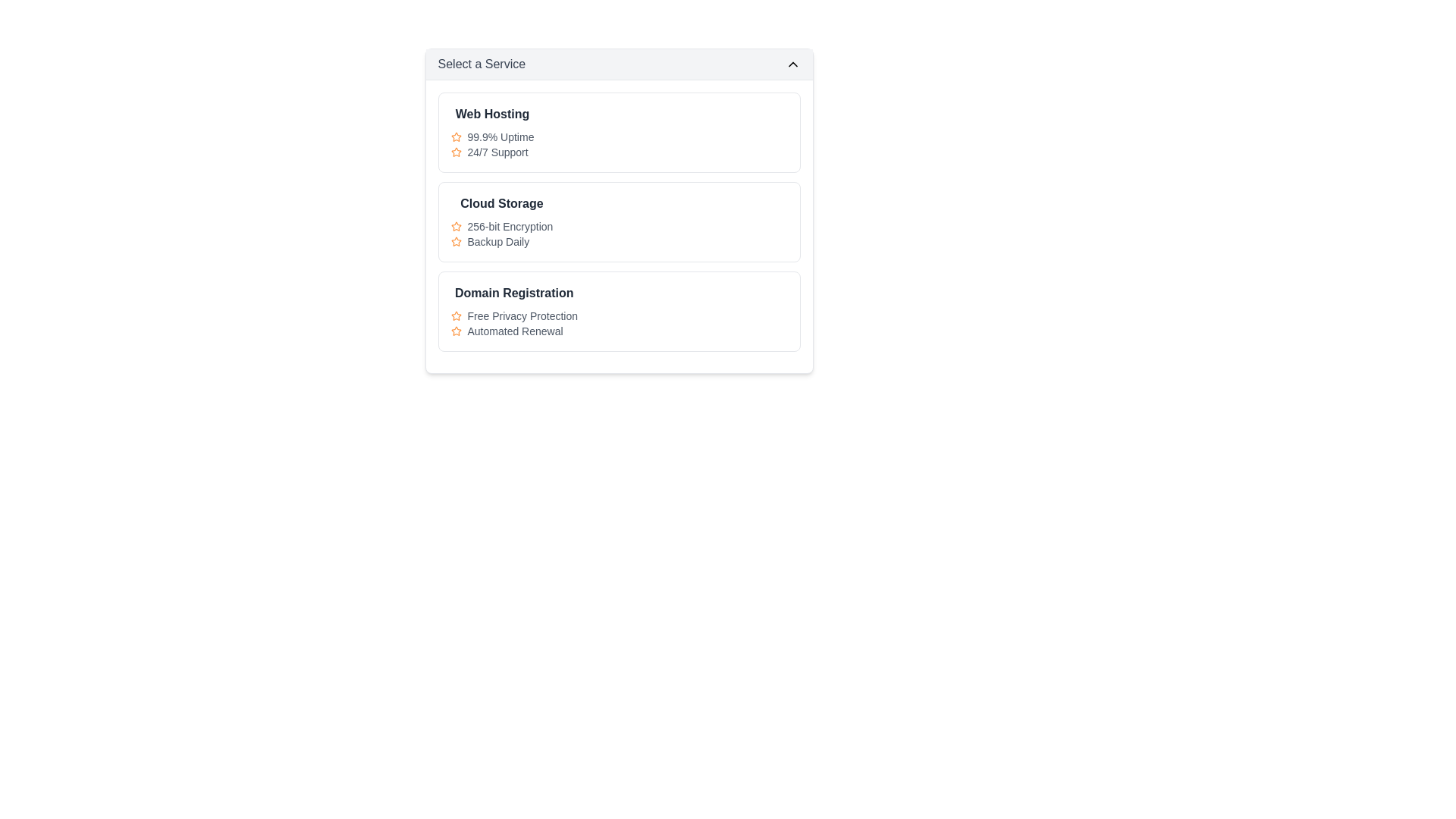 Image resolution: width=1456 pixels, height=819 pixels. I want to click on the orange star-shaped icon located to the left of the text 'Automated Renewal' in the 'Domain Registration' section, so click(455, 330).